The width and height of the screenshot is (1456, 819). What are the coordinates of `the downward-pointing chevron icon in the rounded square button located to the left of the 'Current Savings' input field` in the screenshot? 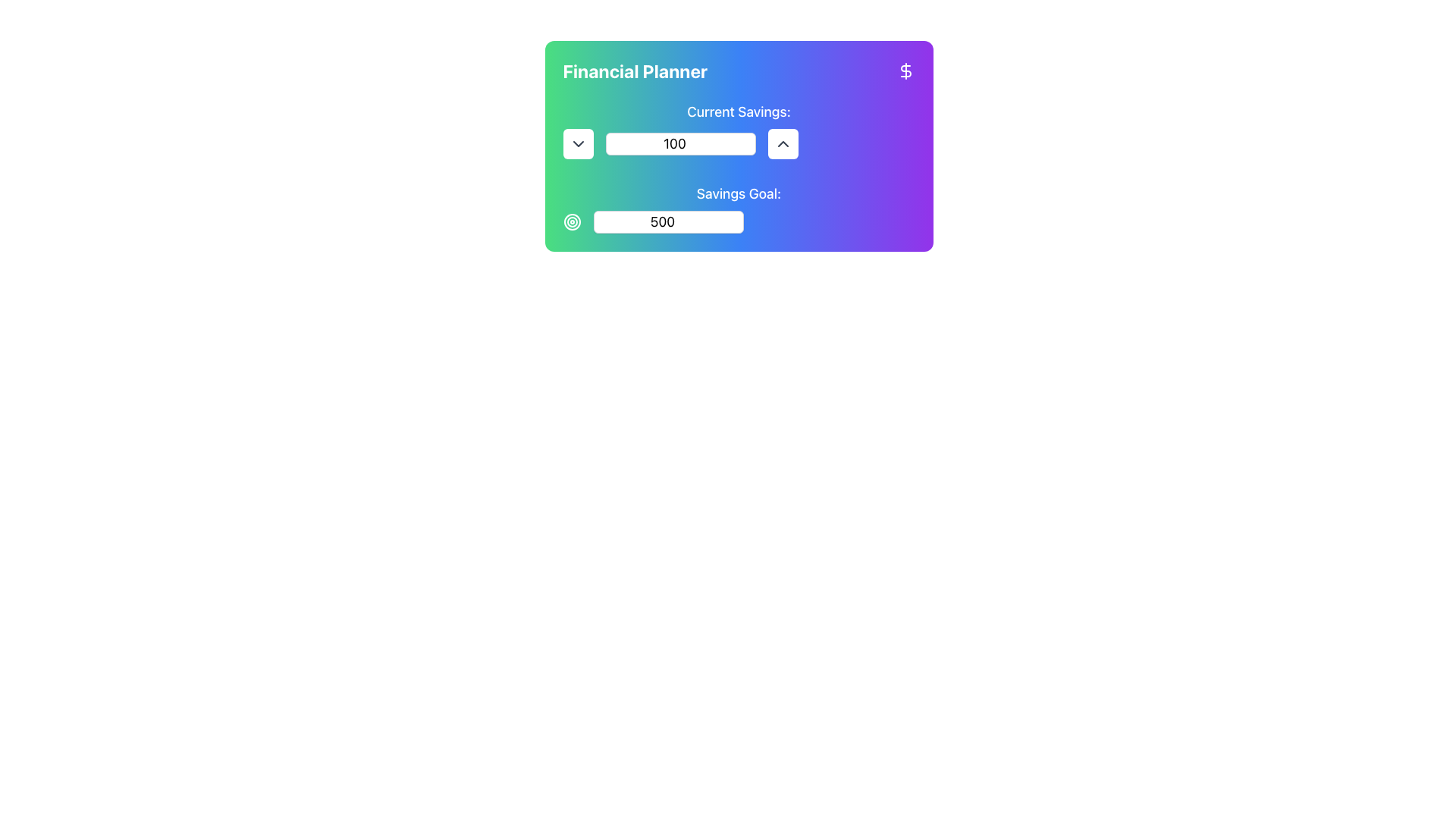 It's located at (577, 143).